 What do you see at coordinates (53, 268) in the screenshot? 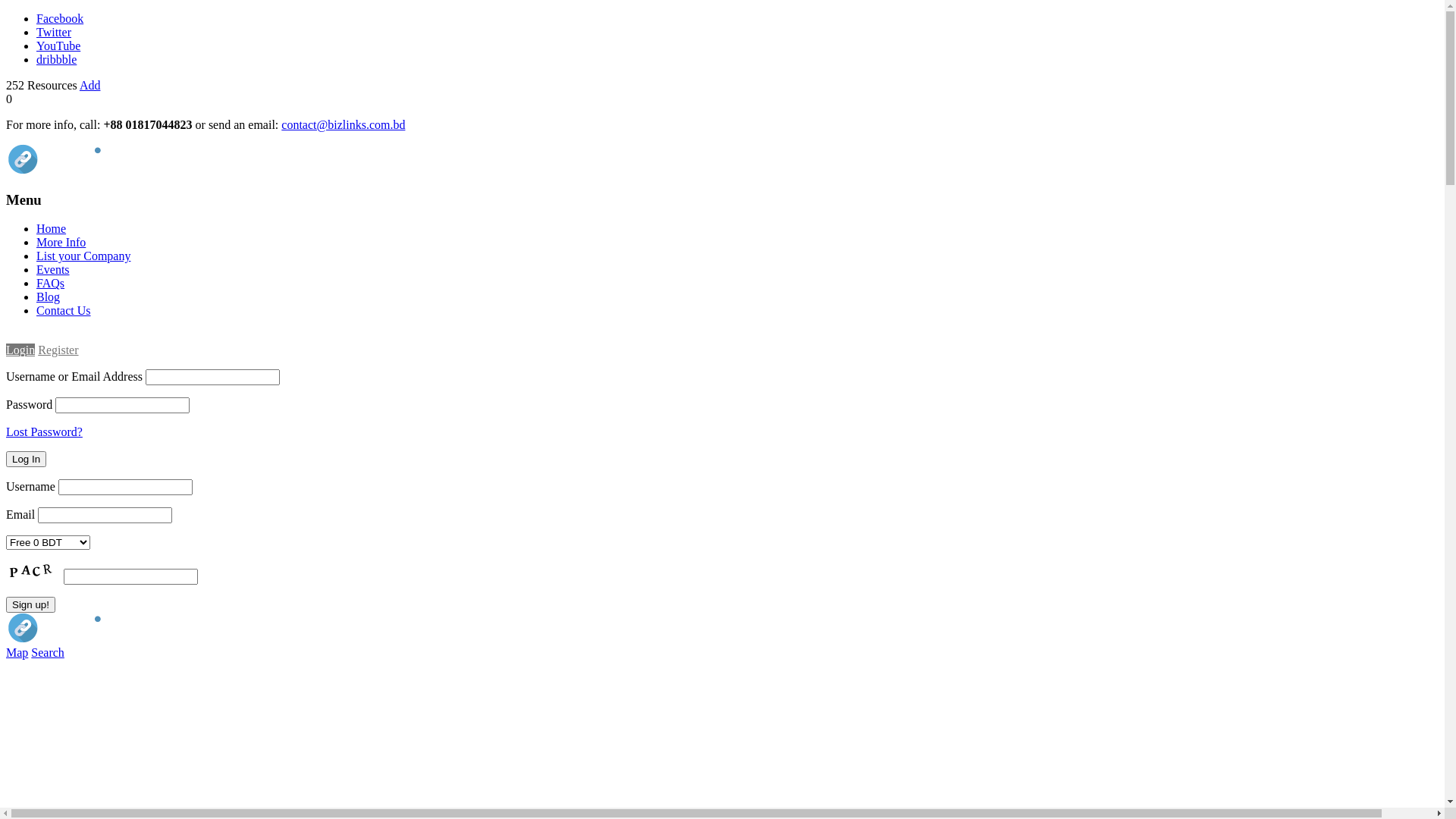
I see `'Events'` at bounding box center [53, 268].